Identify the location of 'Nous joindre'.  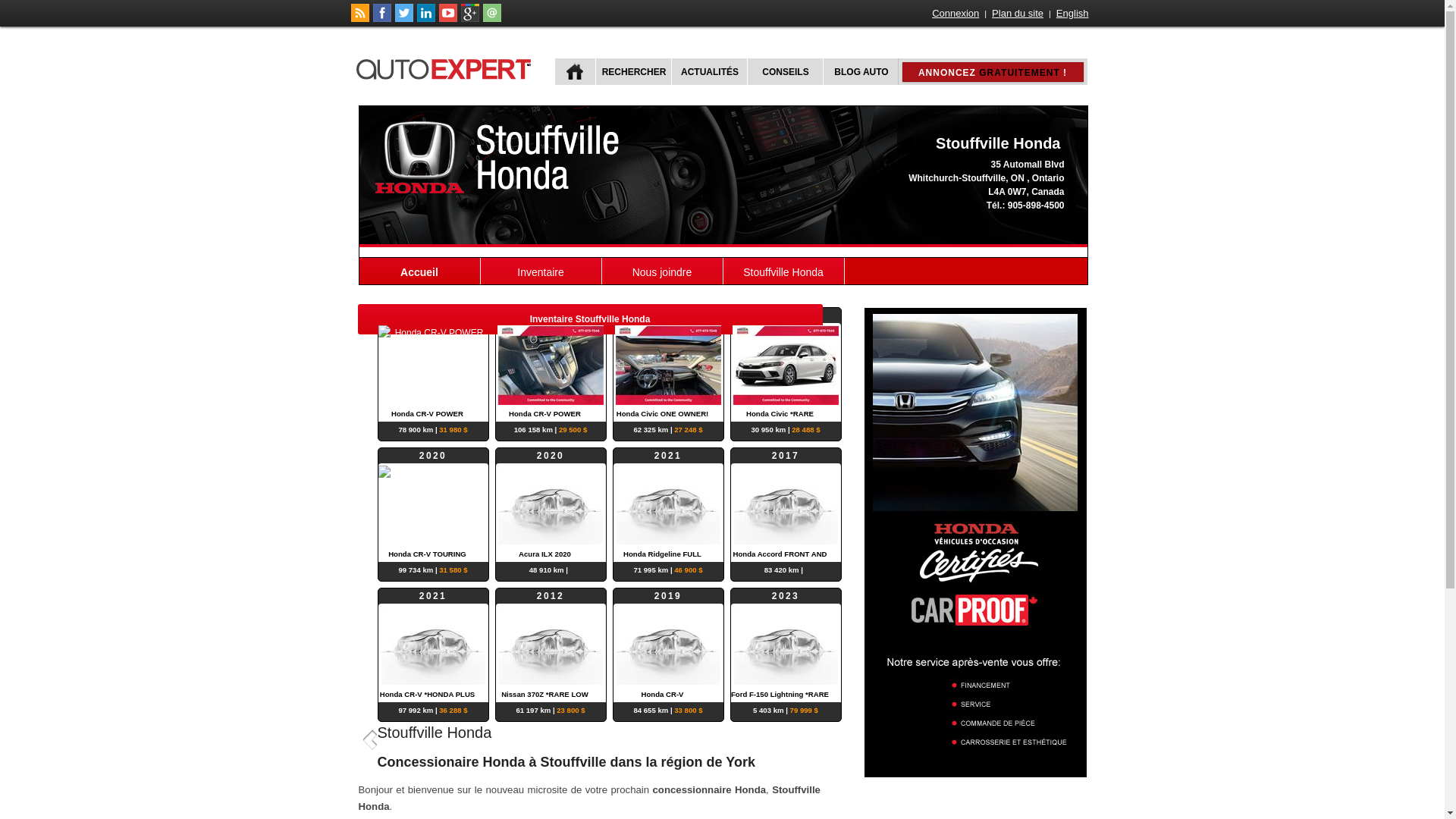
(601, 270).